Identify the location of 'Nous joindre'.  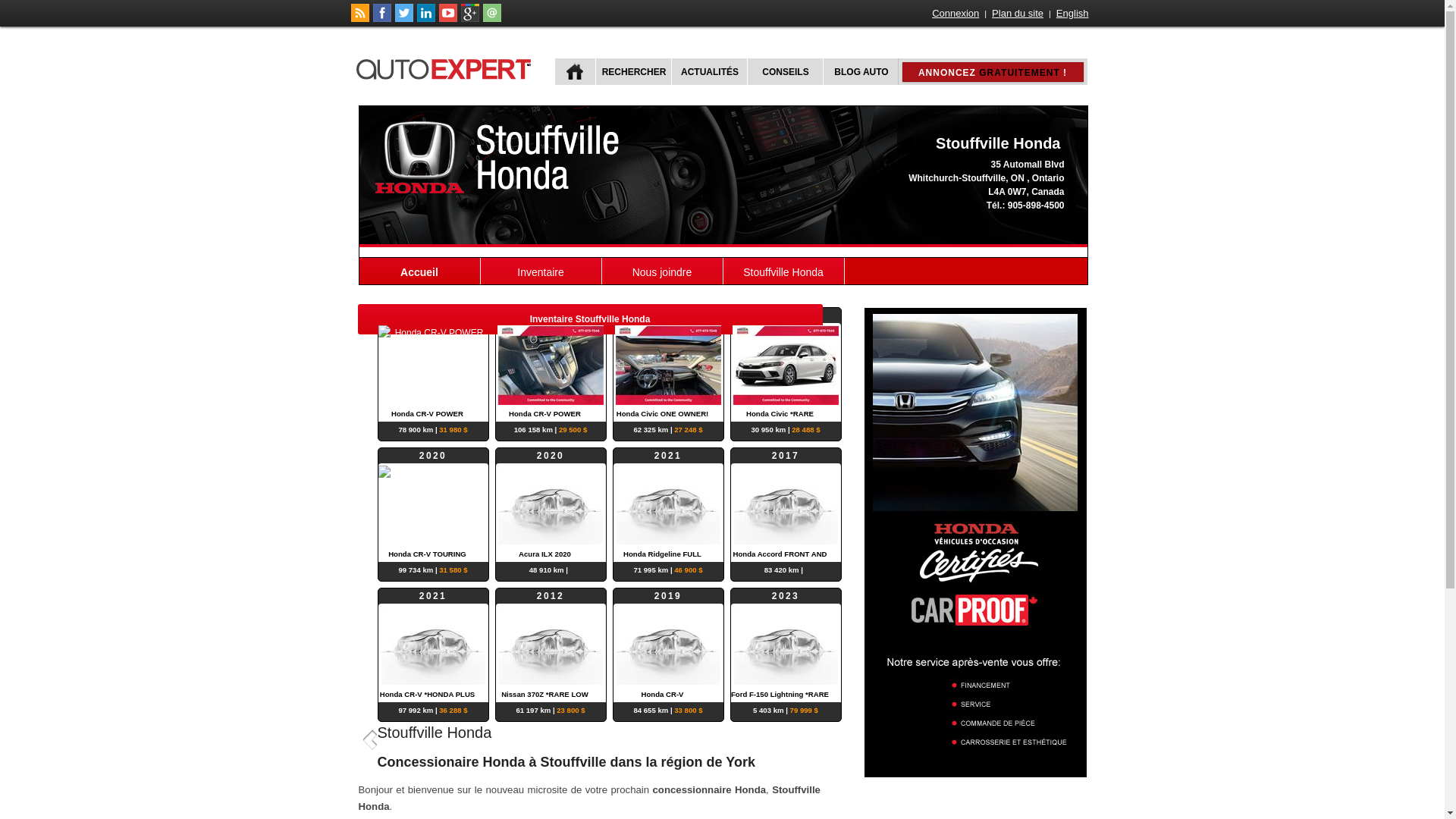
(601, 270).